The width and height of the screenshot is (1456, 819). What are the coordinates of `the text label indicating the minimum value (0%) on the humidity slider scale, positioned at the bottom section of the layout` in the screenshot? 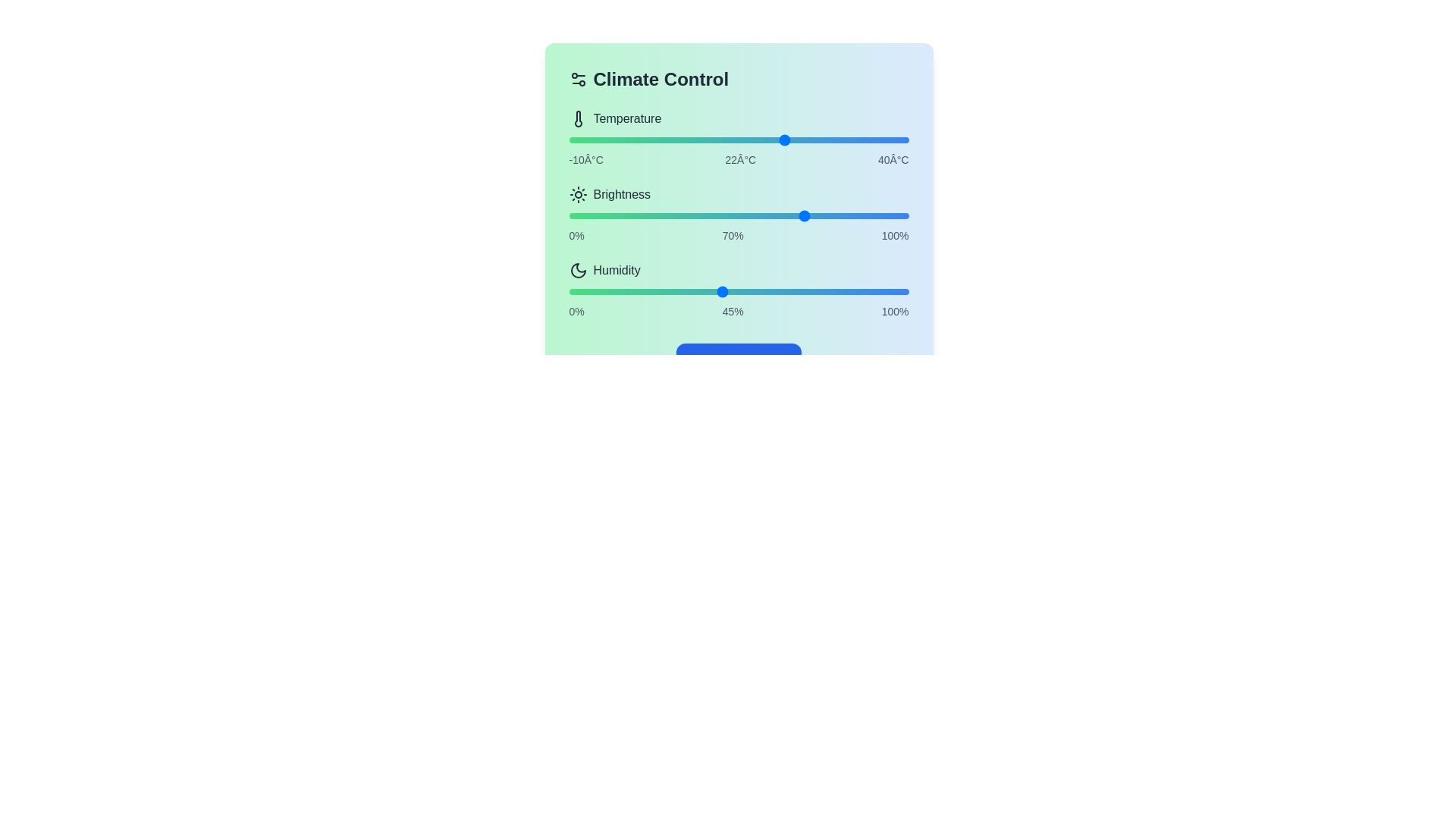 It's located at (576, 311).